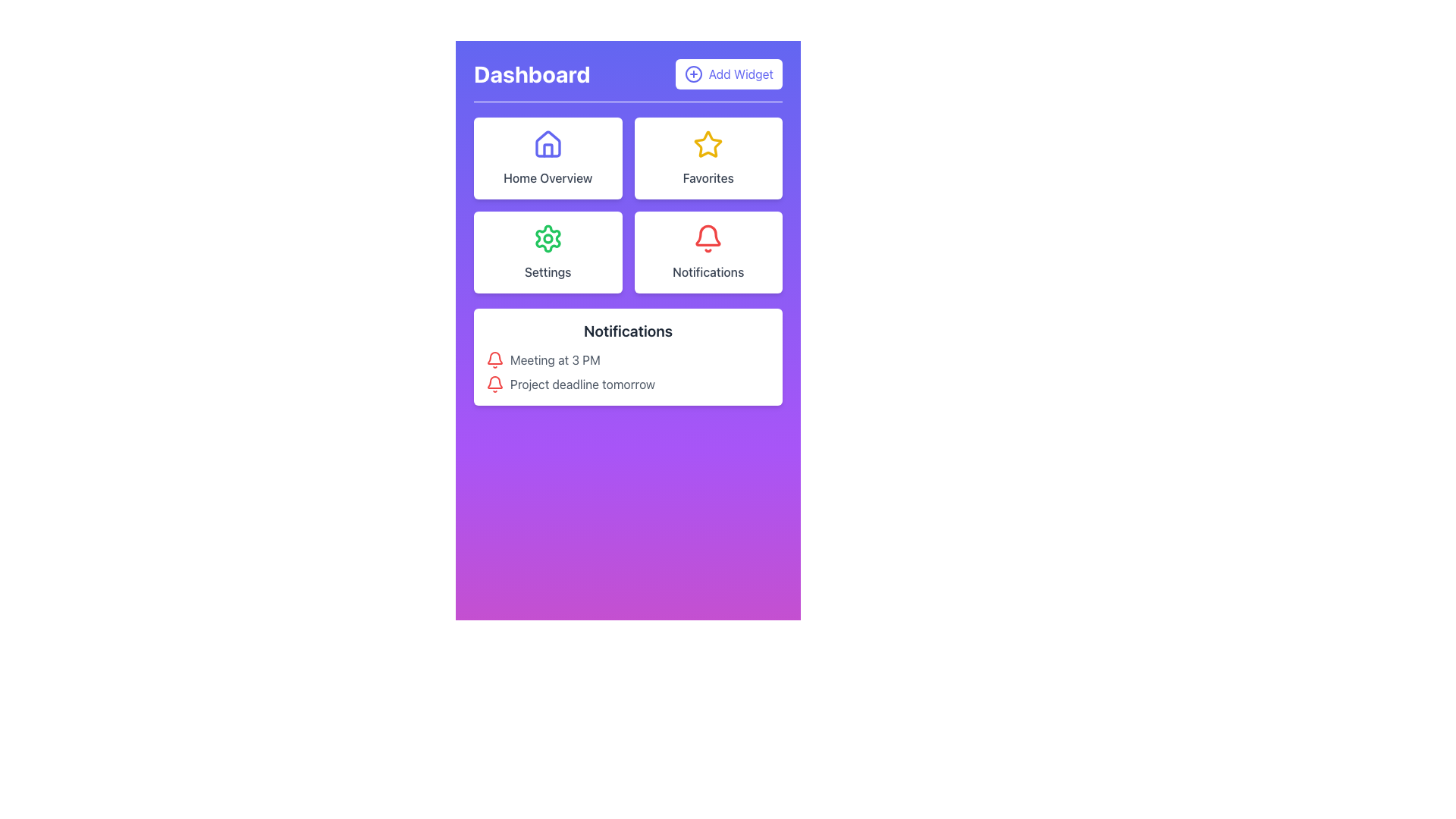  What do you see at coordinates (708, 271) in the screenshot?
I see `the 'Notifications' text label, which is displayed in a medium-weighted gray font below a bell icon and centered within a card-like interface` at bounding box center [708, 271].